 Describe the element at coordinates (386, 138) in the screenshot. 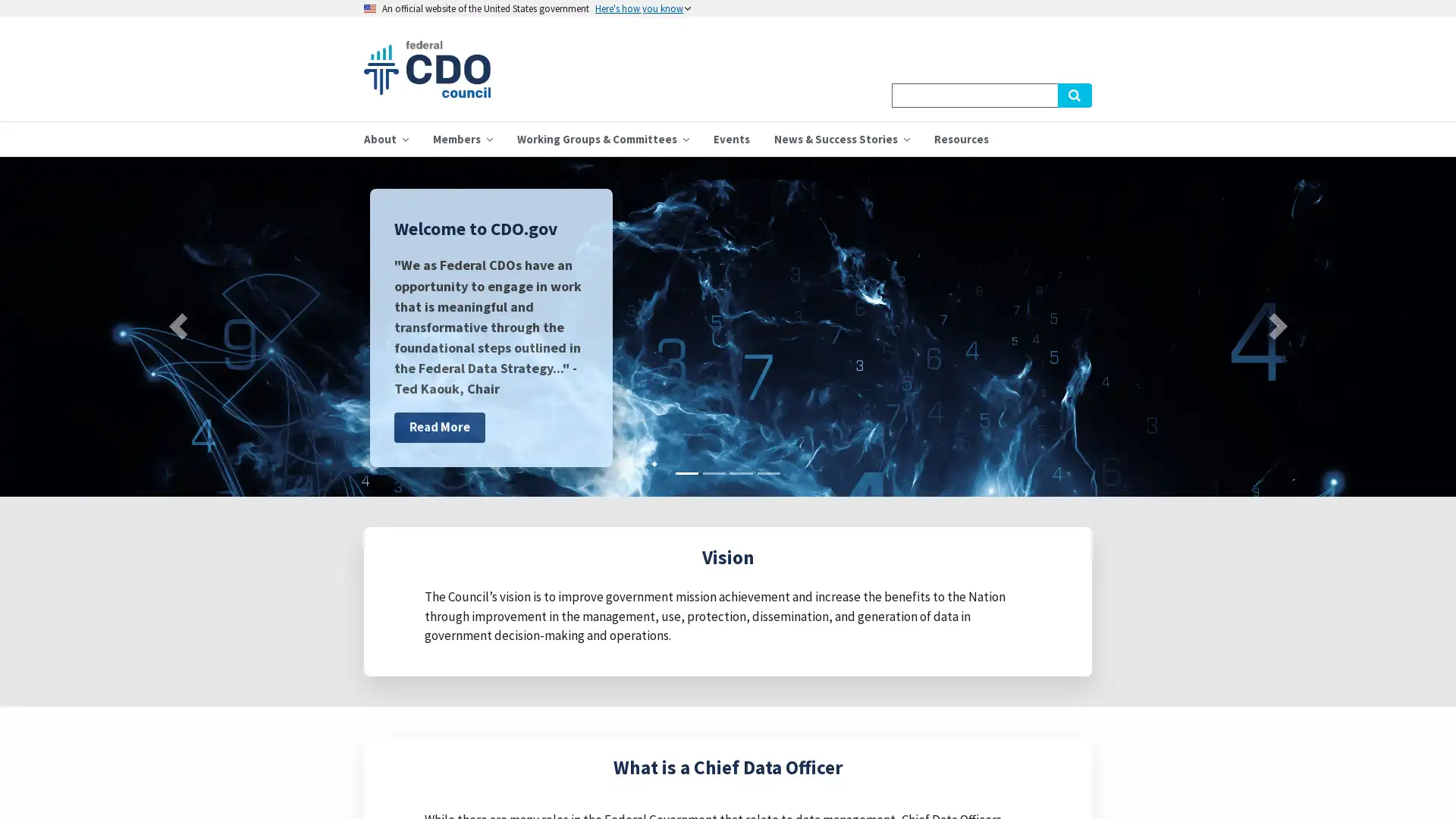

I see `About` at that location.